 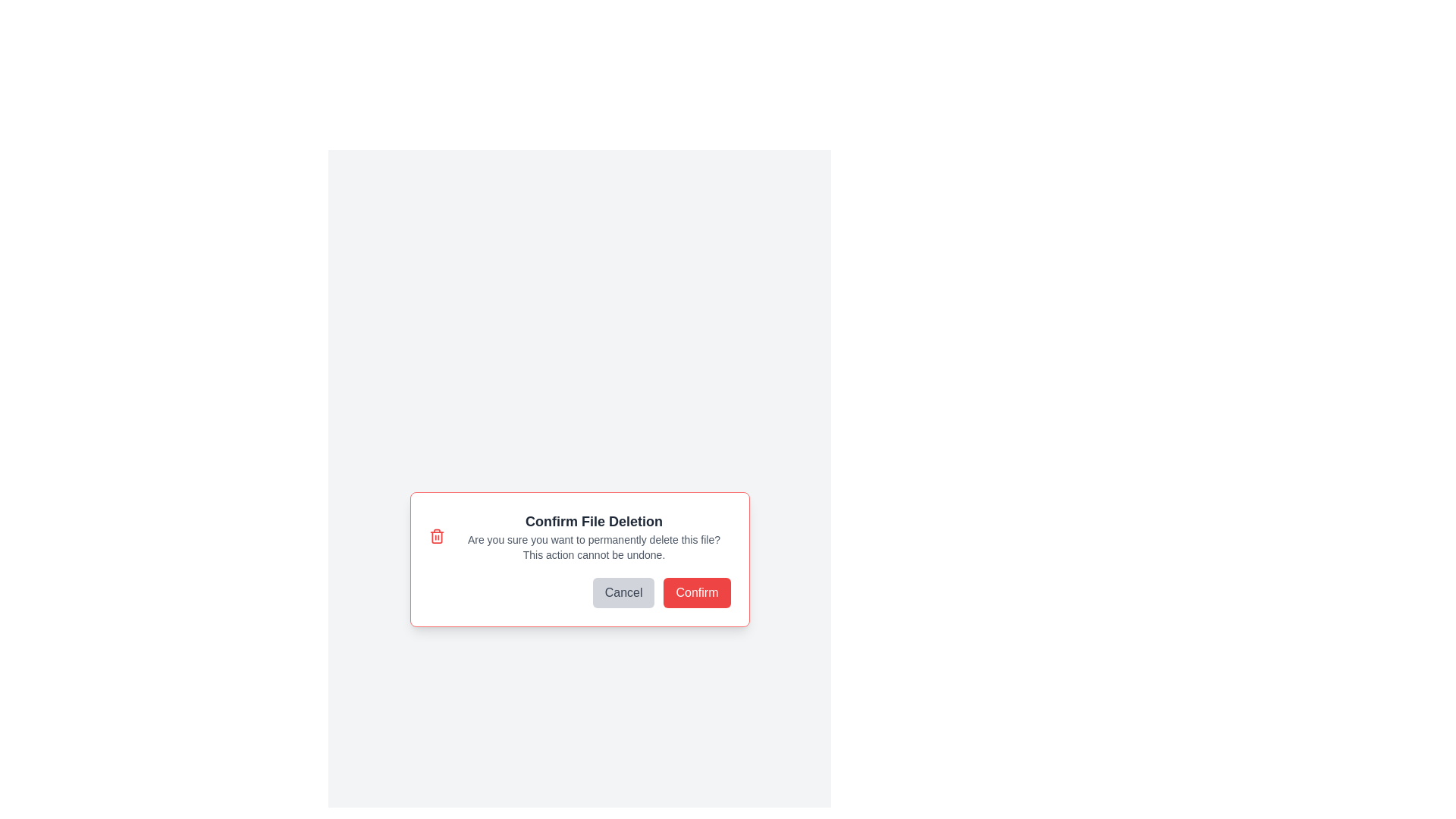 What do you see at coordinates (593, 547) in the screenshot?
I see `static text that warns the user about permanently deleting a file, which is styled in small gray font and located directly below 'Confirm File Deletion'` at bounding box center [593, 547].